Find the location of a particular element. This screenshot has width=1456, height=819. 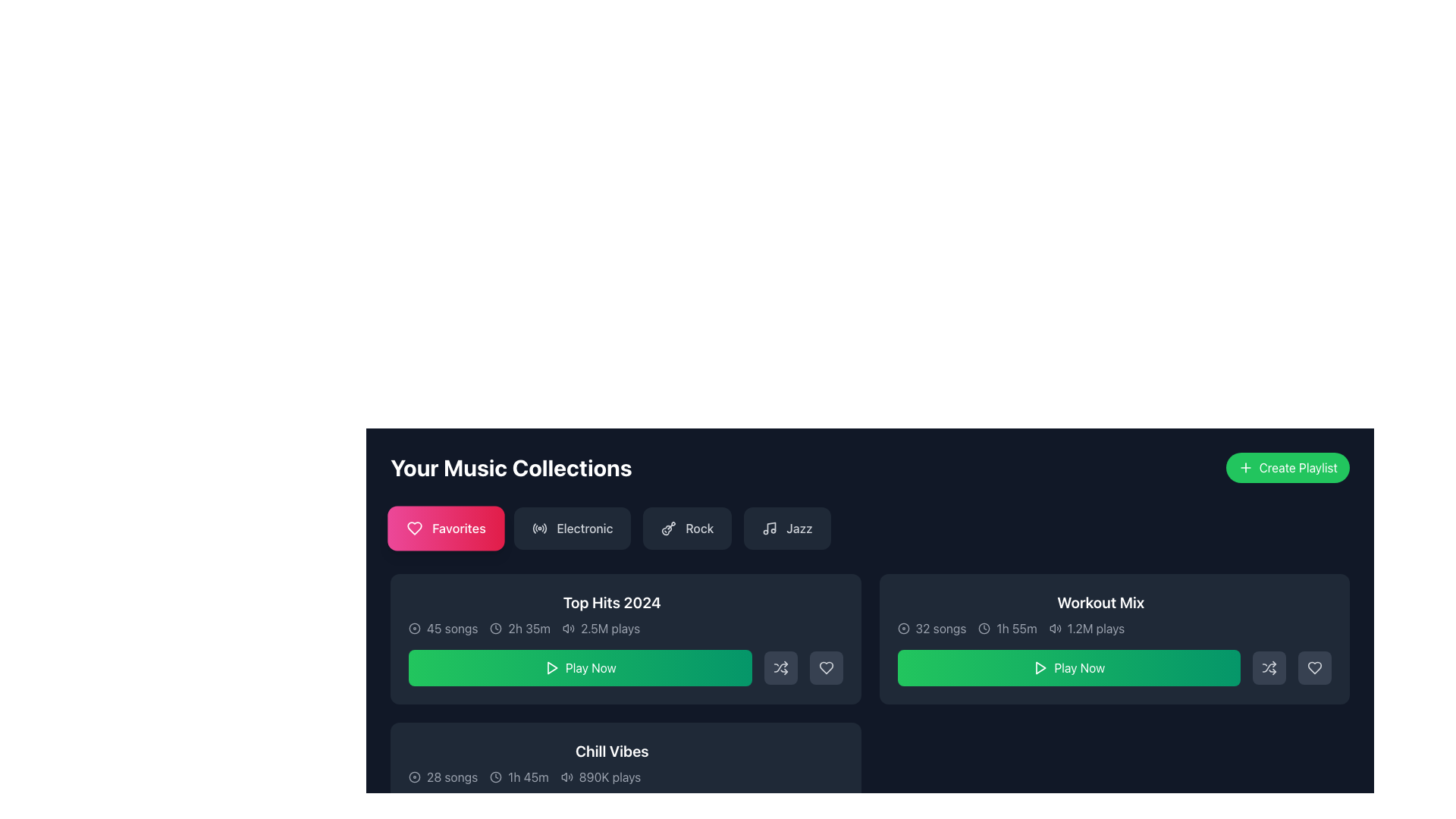

the decorative 'Favorites' icon located to the left of the text 'Favorites' in the pink button labeled 'Favorites' in the 'Your Music Collections' section is located at coordinates (415, 528).